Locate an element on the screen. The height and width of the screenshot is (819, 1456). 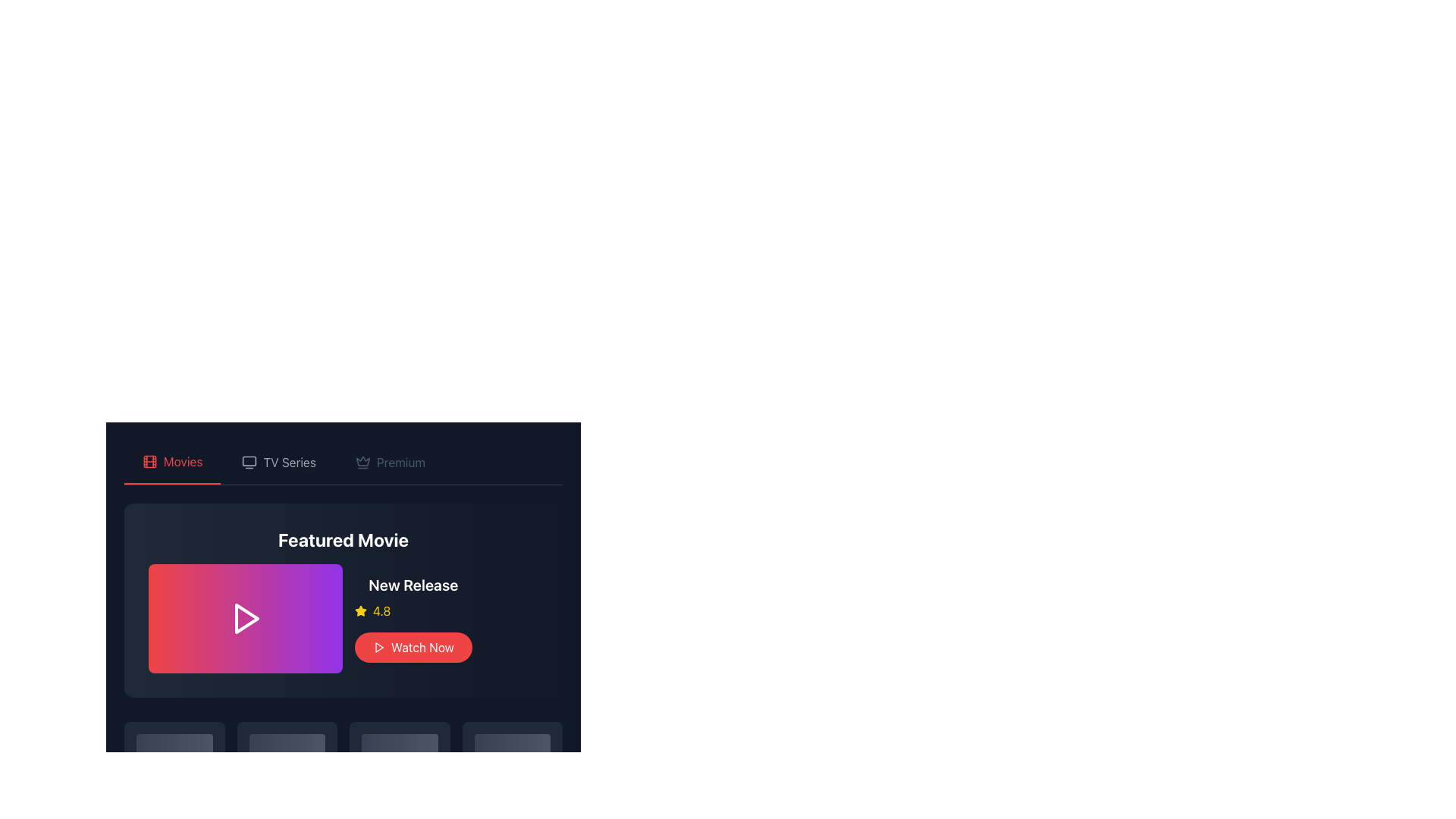
the text label displaying 'New Release', which is styled in bold, white font on a dark navy background and located above the rating and 'Watch Now' button is located at coordinates (413, 584).